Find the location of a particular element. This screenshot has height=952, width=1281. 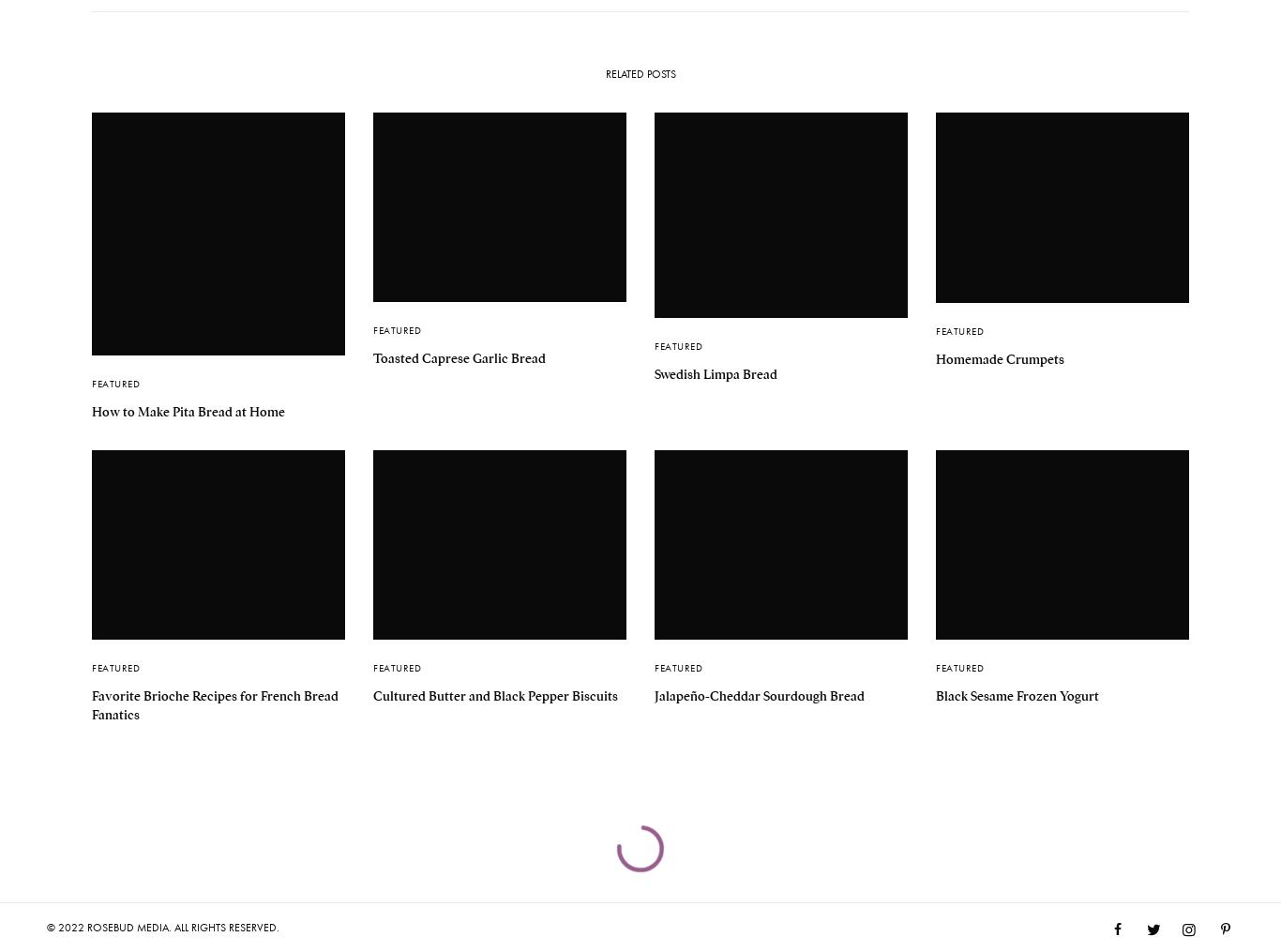

'Related Posts' is located at coordinates (639, 72).